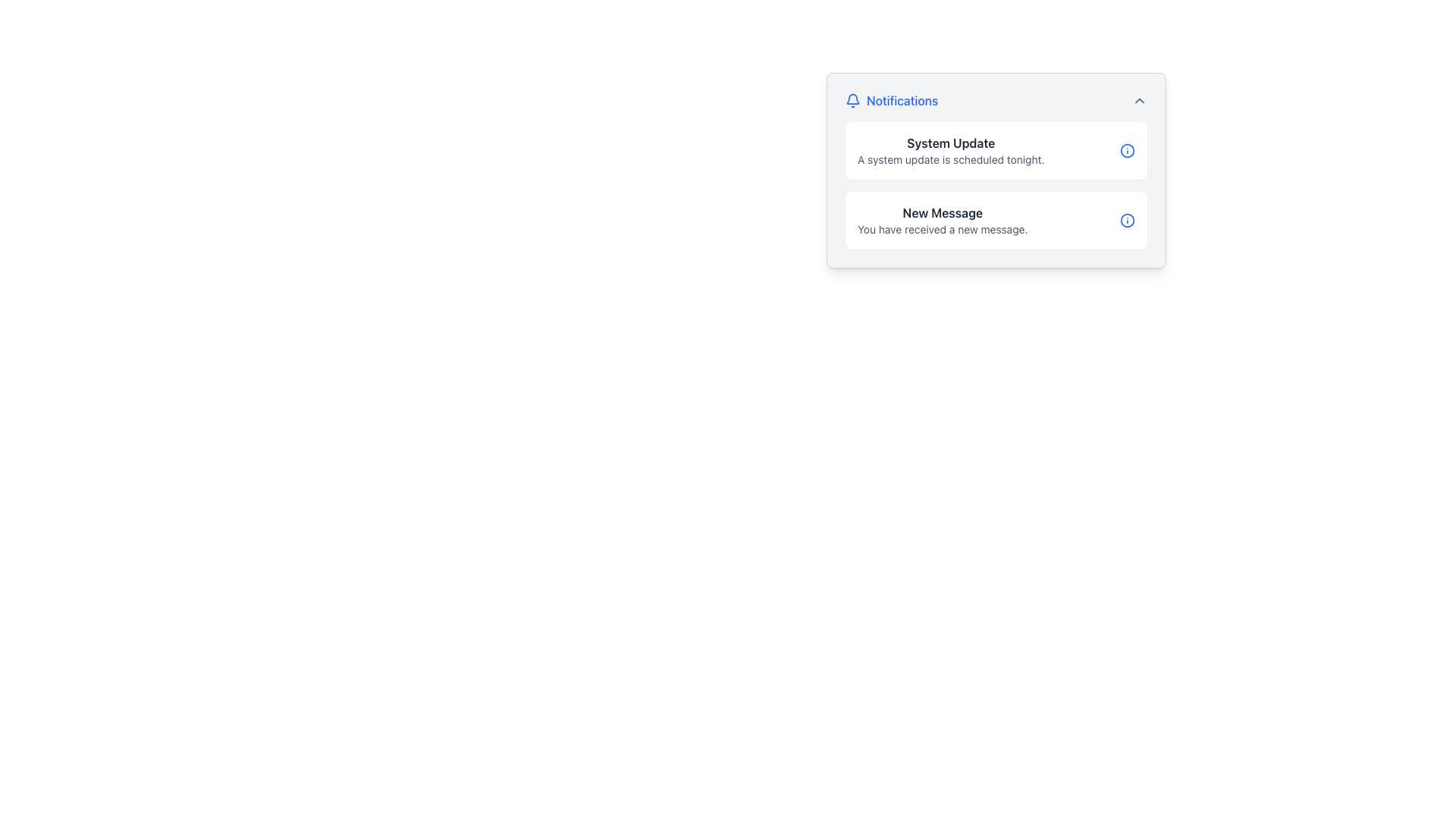  I want to click on the notification bell icon located in the top-left corner of the Notification card, adjacent to the 'Notifications' title, so click(852, 99).